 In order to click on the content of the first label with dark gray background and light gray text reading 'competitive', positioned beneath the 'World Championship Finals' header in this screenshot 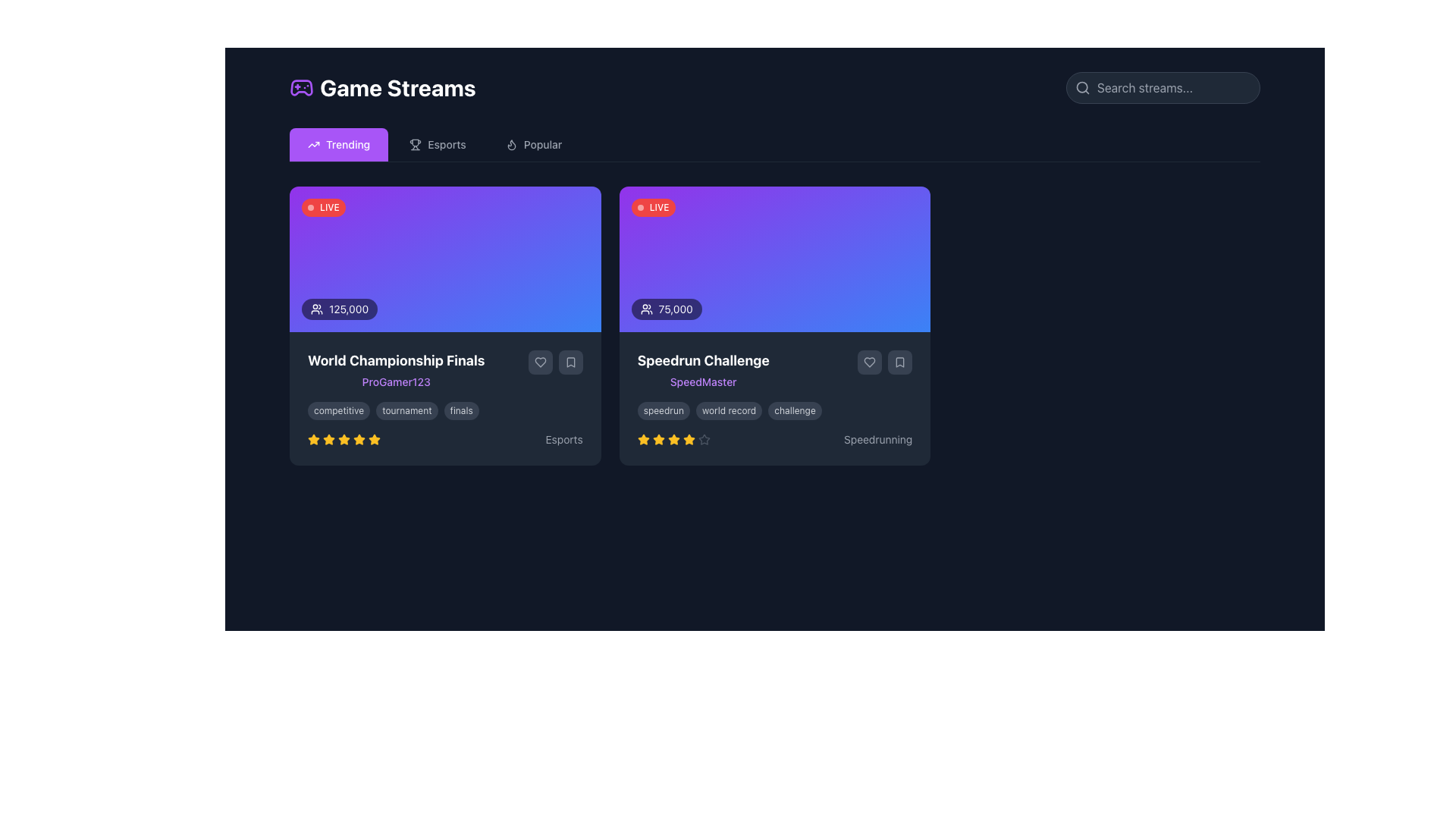, I will do `click(338, 411)`.